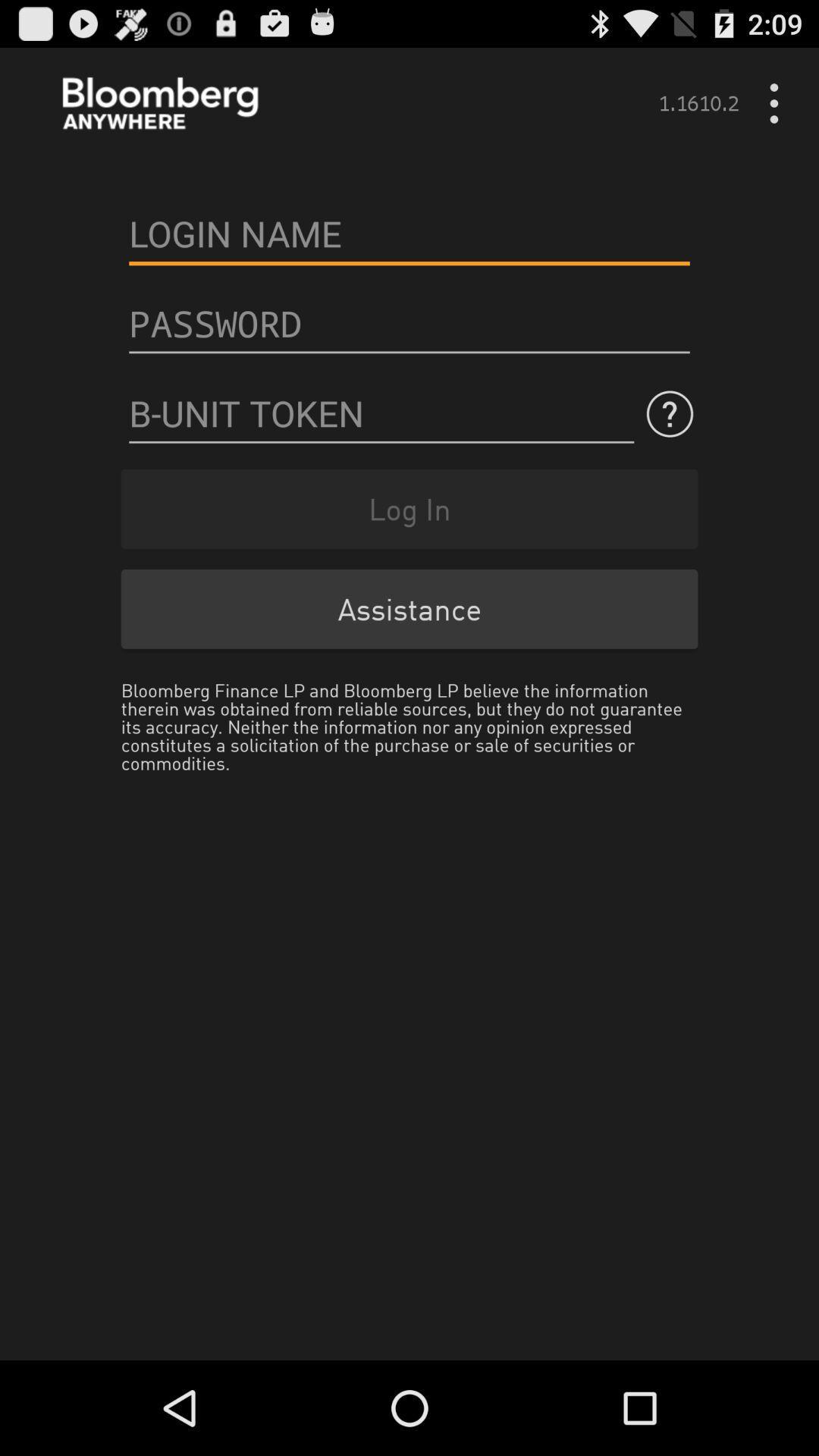  I want to click on the icon next to 1.1610.2 item, so click(779, 102).